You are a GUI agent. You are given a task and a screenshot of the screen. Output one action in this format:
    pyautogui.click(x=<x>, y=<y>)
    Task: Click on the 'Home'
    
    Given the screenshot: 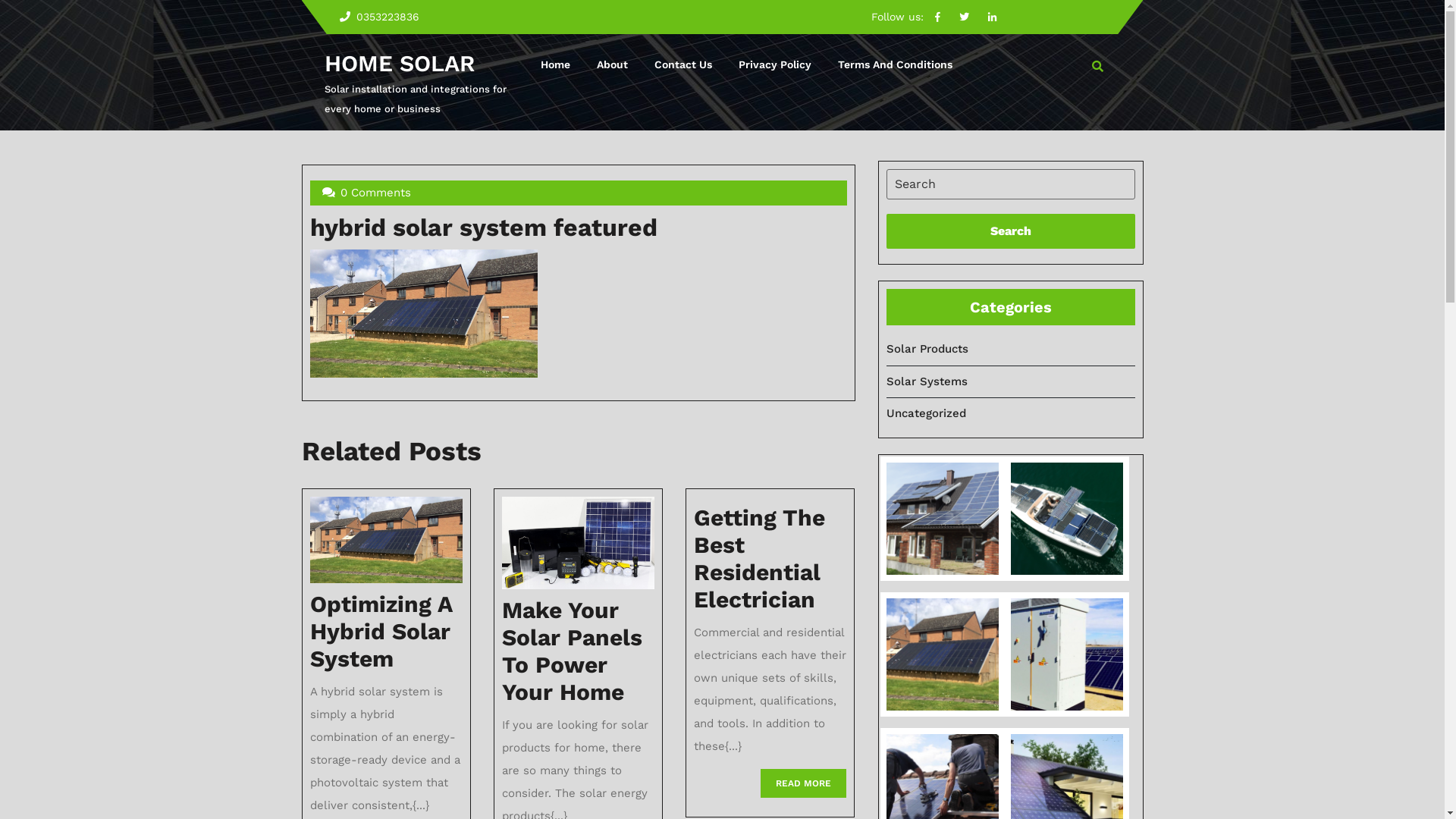 What is the action you would take?
    pyautogui.click(x=554, y=64)
    